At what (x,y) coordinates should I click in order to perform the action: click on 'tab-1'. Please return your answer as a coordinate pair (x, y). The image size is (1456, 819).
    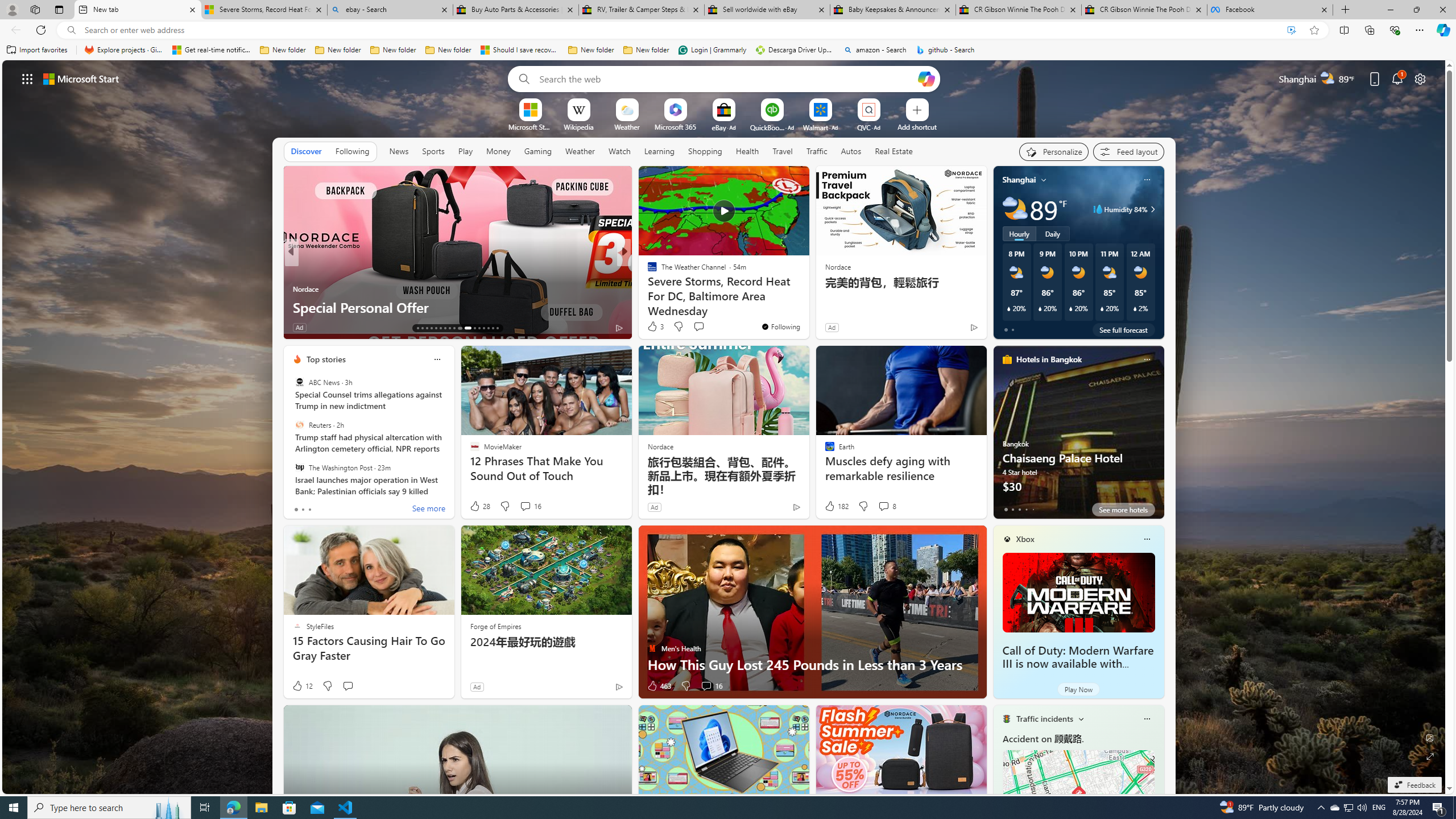
    Looking at the image, I should click on (1012, 509).